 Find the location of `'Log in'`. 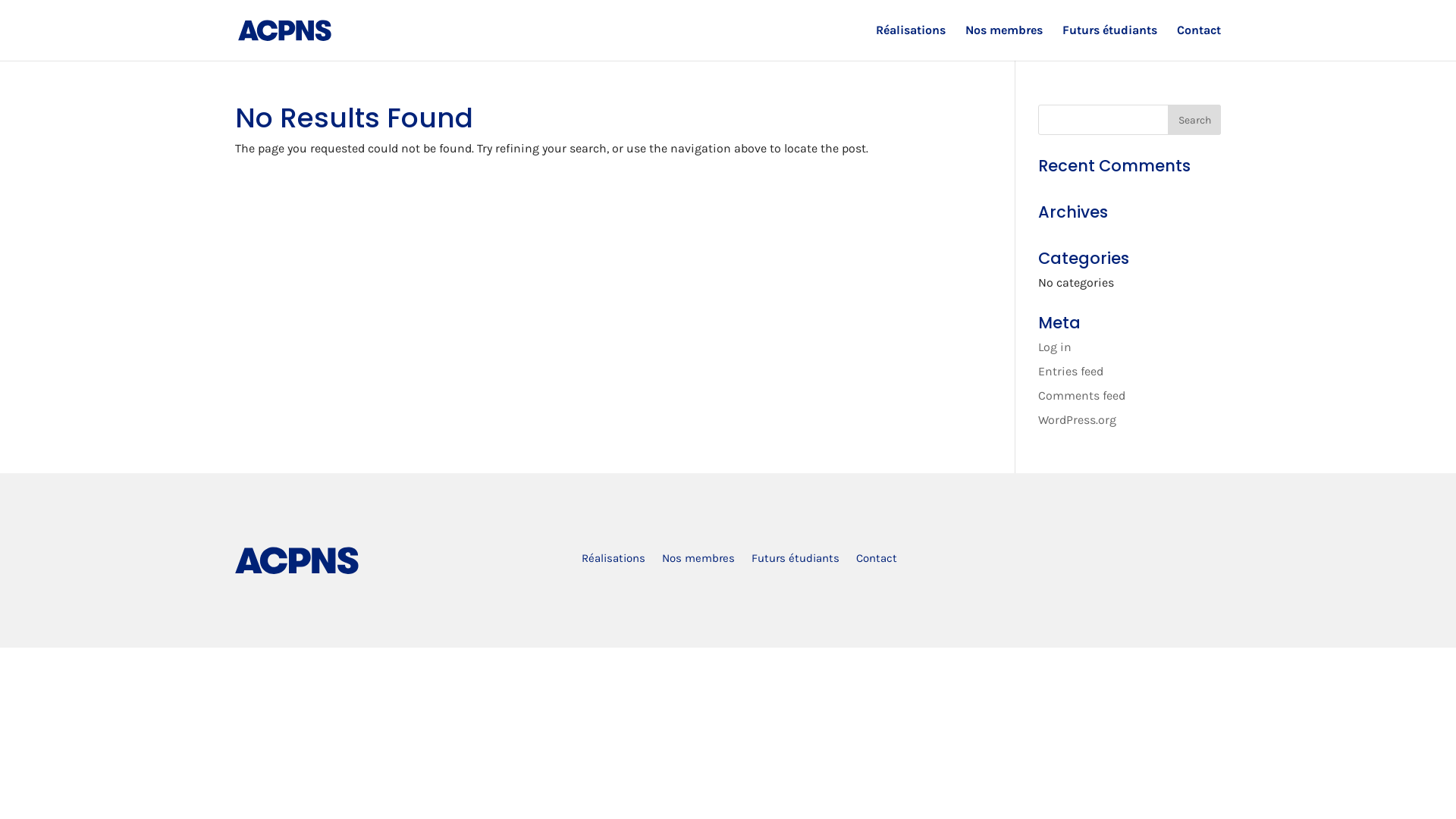

'Log in' is located at coordinates (1054, 347).